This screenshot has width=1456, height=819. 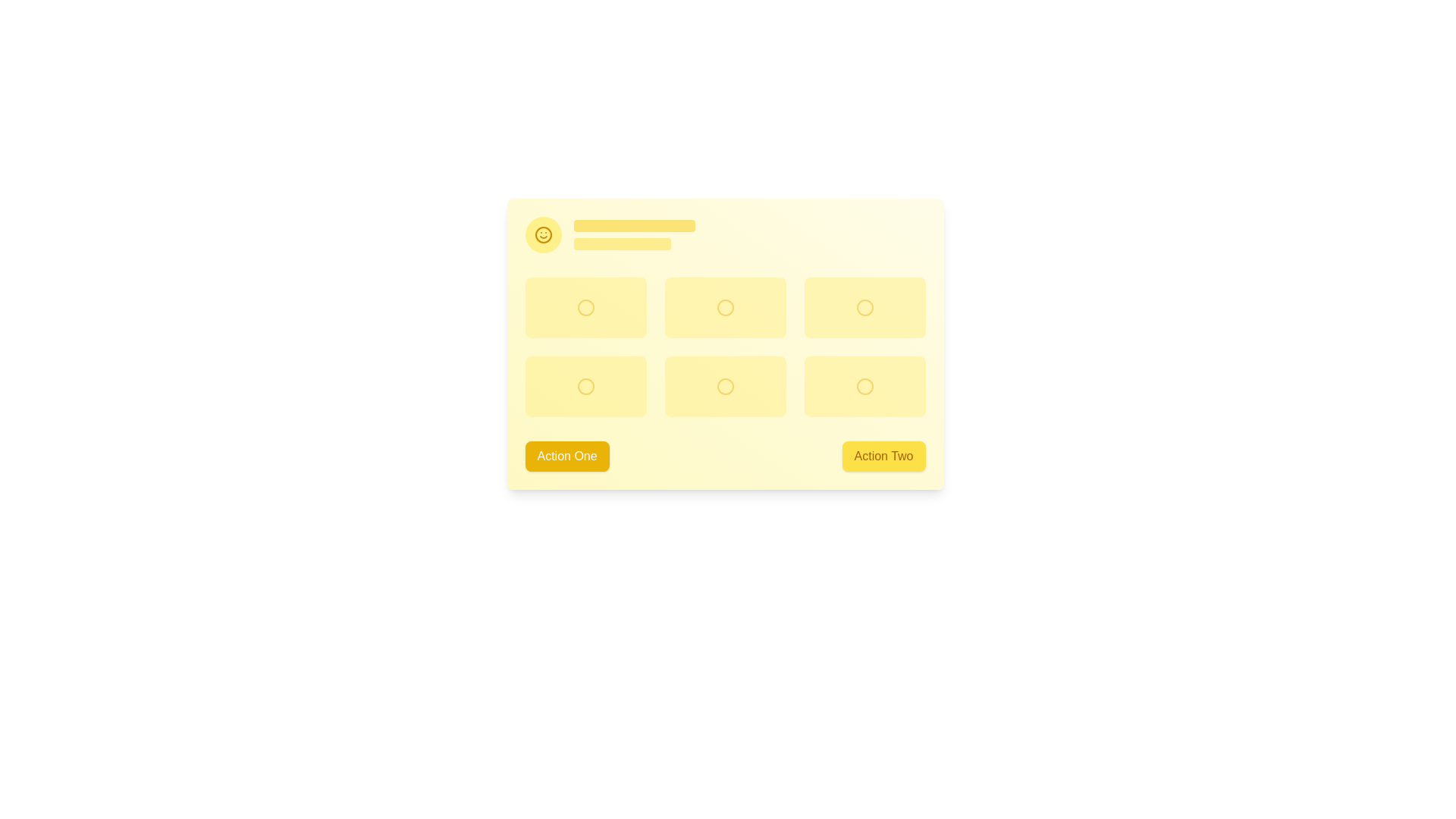 I want to click on the sixth button-like component in the bottom-right corner of the interactive grid, so click(x=864, y=385).